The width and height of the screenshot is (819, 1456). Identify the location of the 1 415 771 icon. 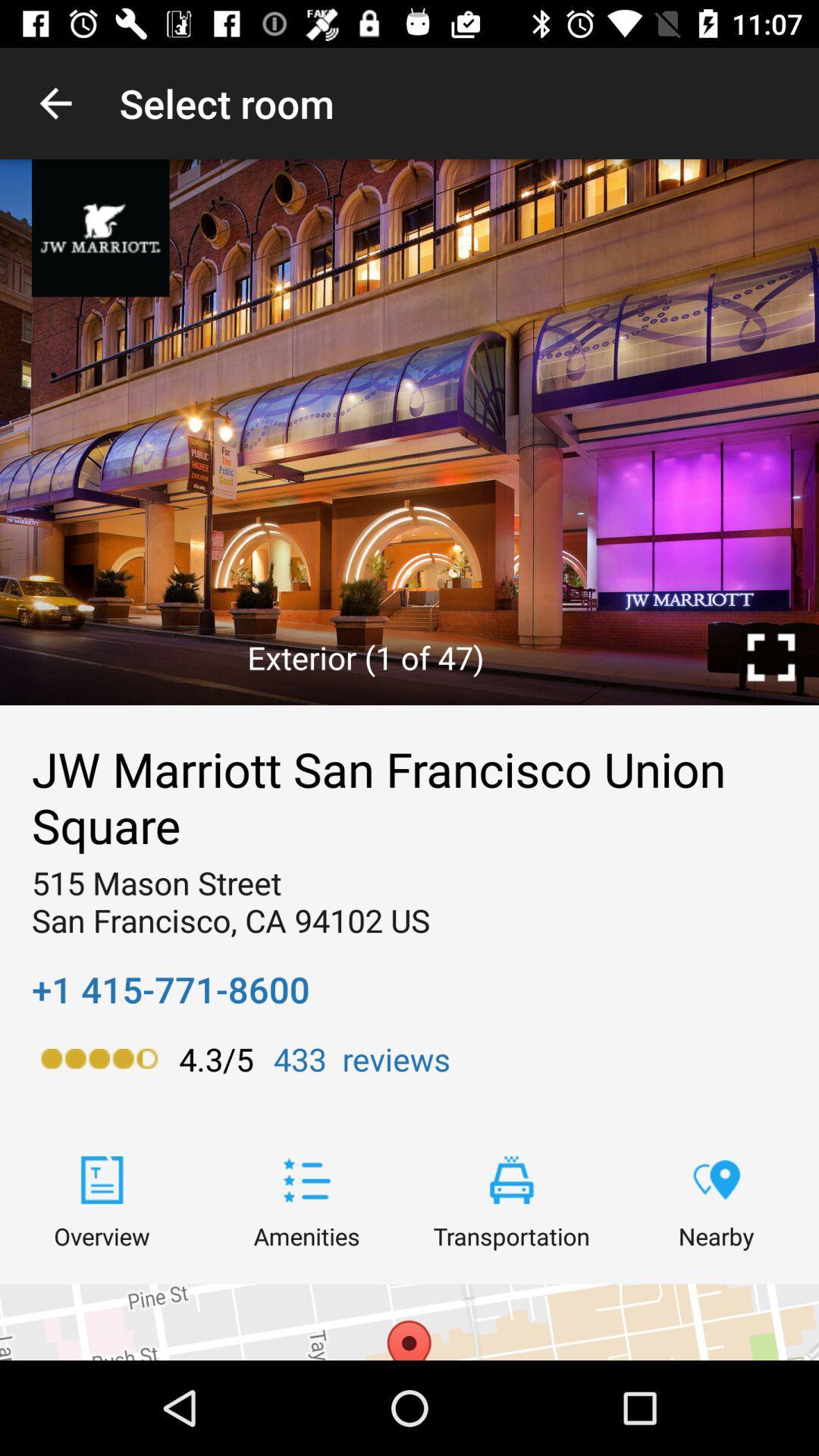
(171, 990).